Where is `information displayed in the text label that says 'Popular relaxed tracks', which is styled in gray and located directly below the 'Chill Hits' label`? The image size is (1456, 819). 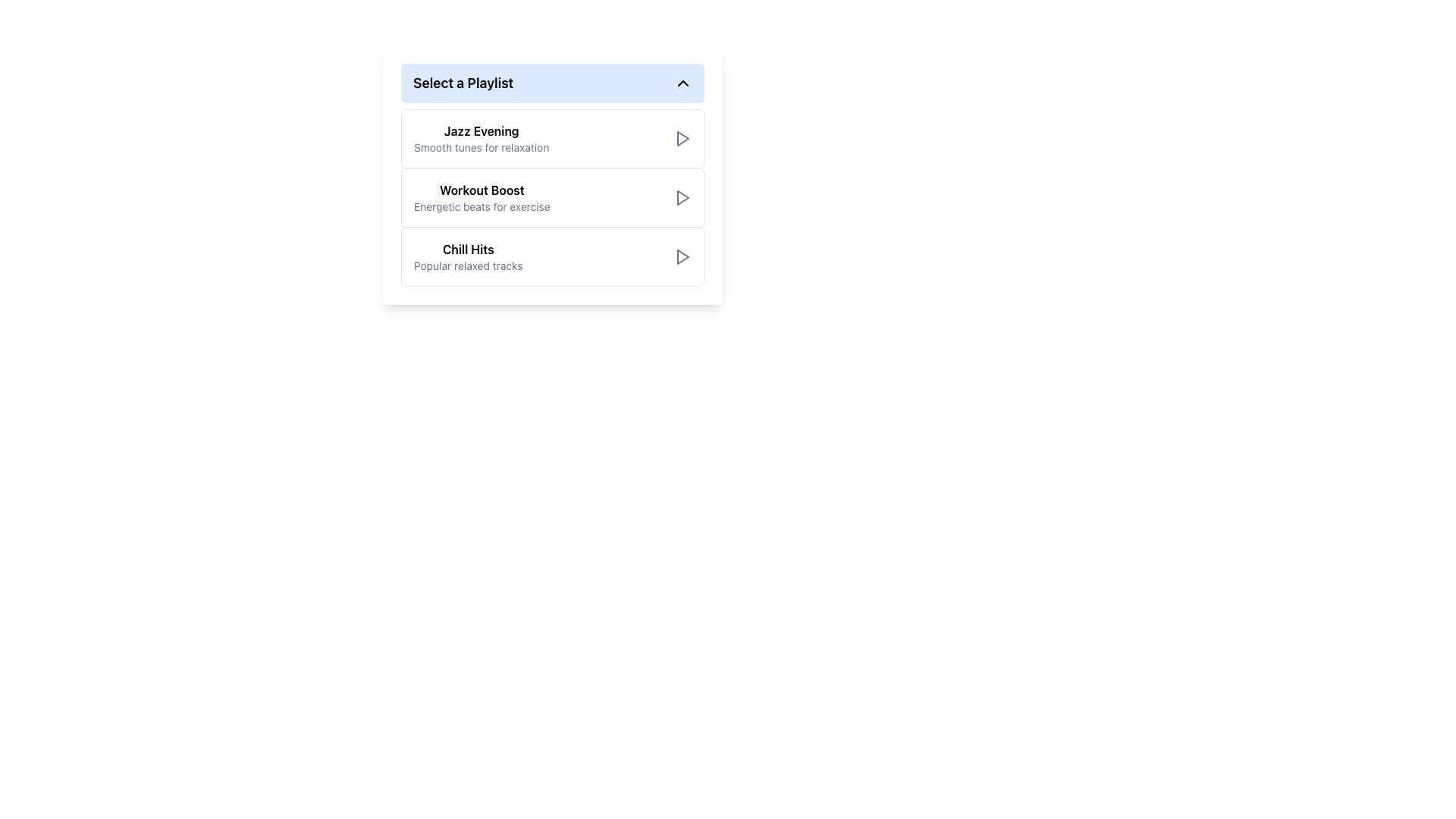 information displayed in the text label that says 'Popular relaxed tracks', which is styled in gray and located directly below the 'Chill Hits' label is located at coordinates (467, 265).